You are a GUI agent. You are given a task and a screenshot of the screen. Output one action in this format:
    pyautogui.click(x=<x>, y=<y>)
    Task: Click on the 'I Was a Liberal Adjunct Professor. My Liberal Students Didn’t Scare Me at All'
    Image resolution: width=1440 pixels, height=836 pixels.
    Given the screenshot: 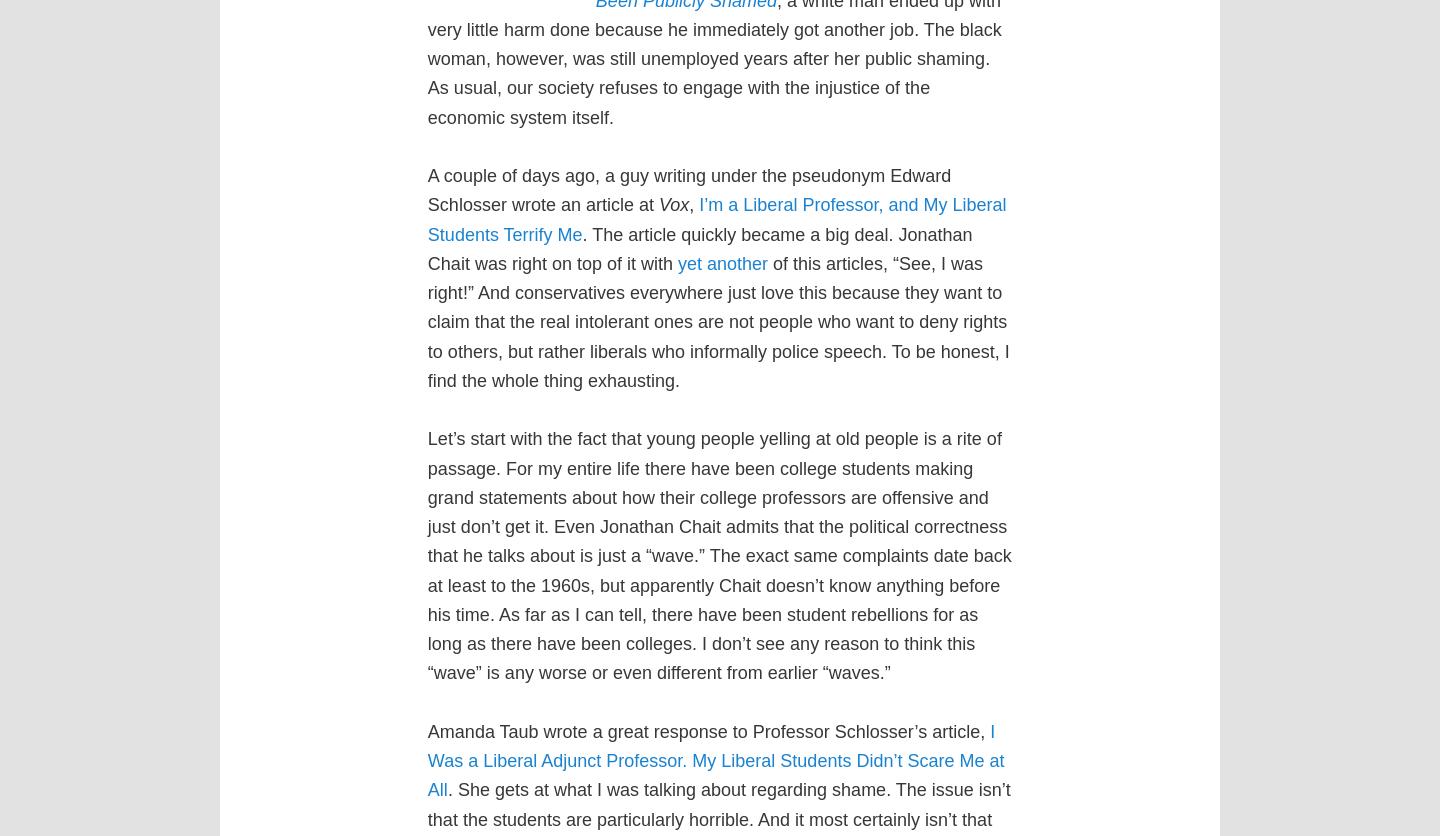 What is the action you would take?
    pyautogui.click(x=715, y=759)
    